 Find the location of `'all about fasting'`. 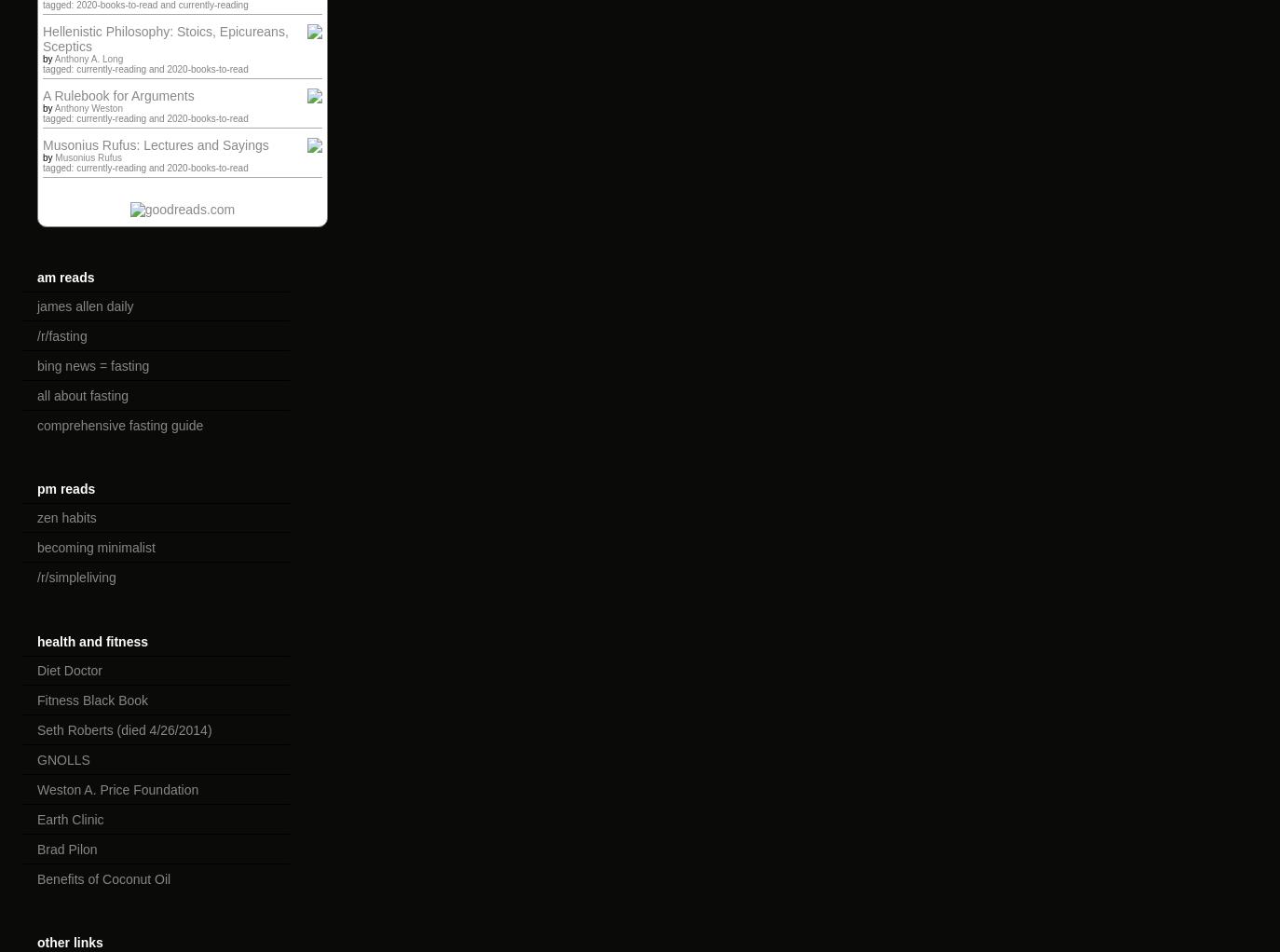

'all about fasting' is located at coordinates (82, 395).